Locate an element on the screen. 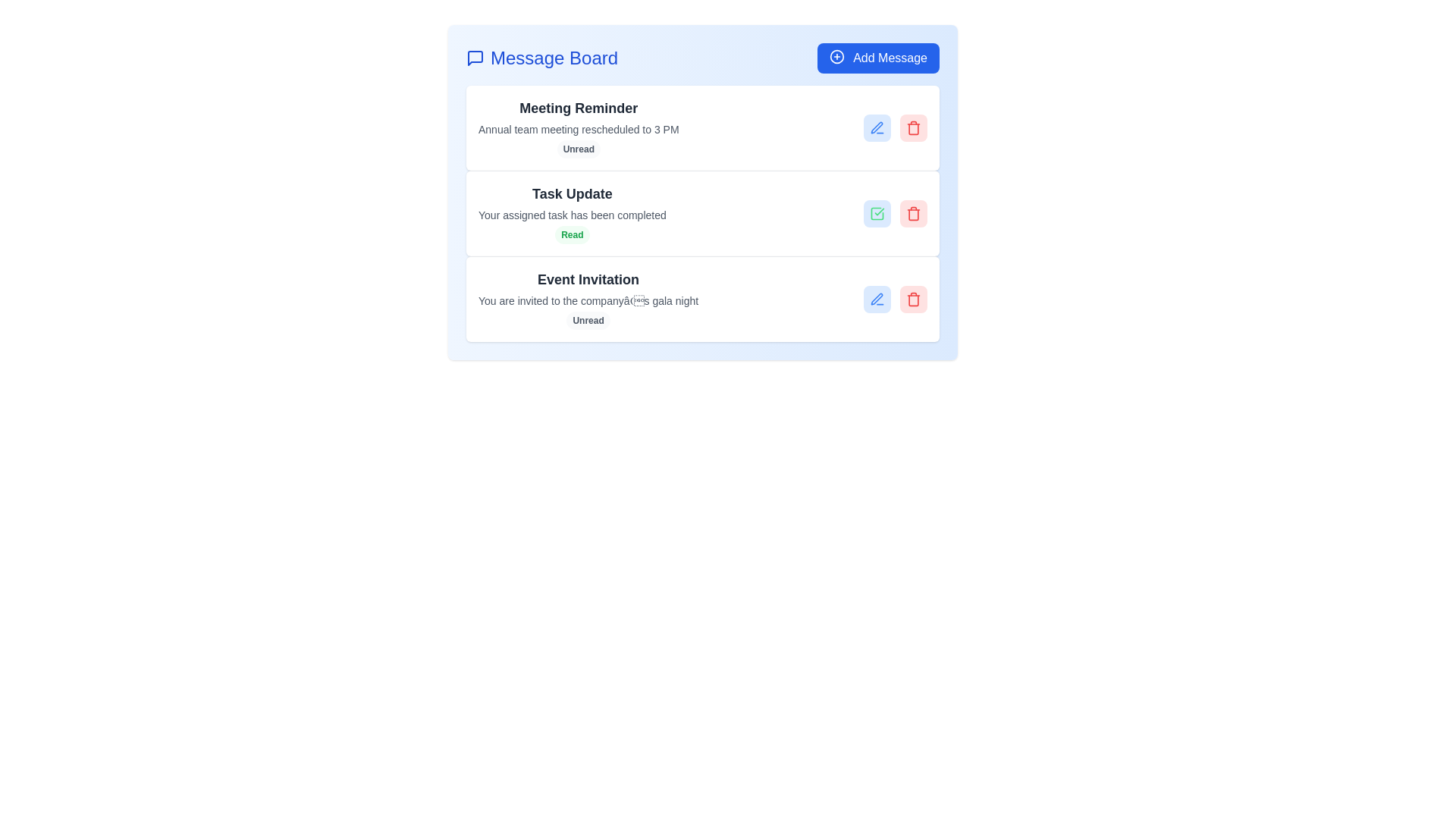  the confirmation button with an icon located within the 'Task Update' message on the message board to mark the task as completed is located at coordinates (877, 213).